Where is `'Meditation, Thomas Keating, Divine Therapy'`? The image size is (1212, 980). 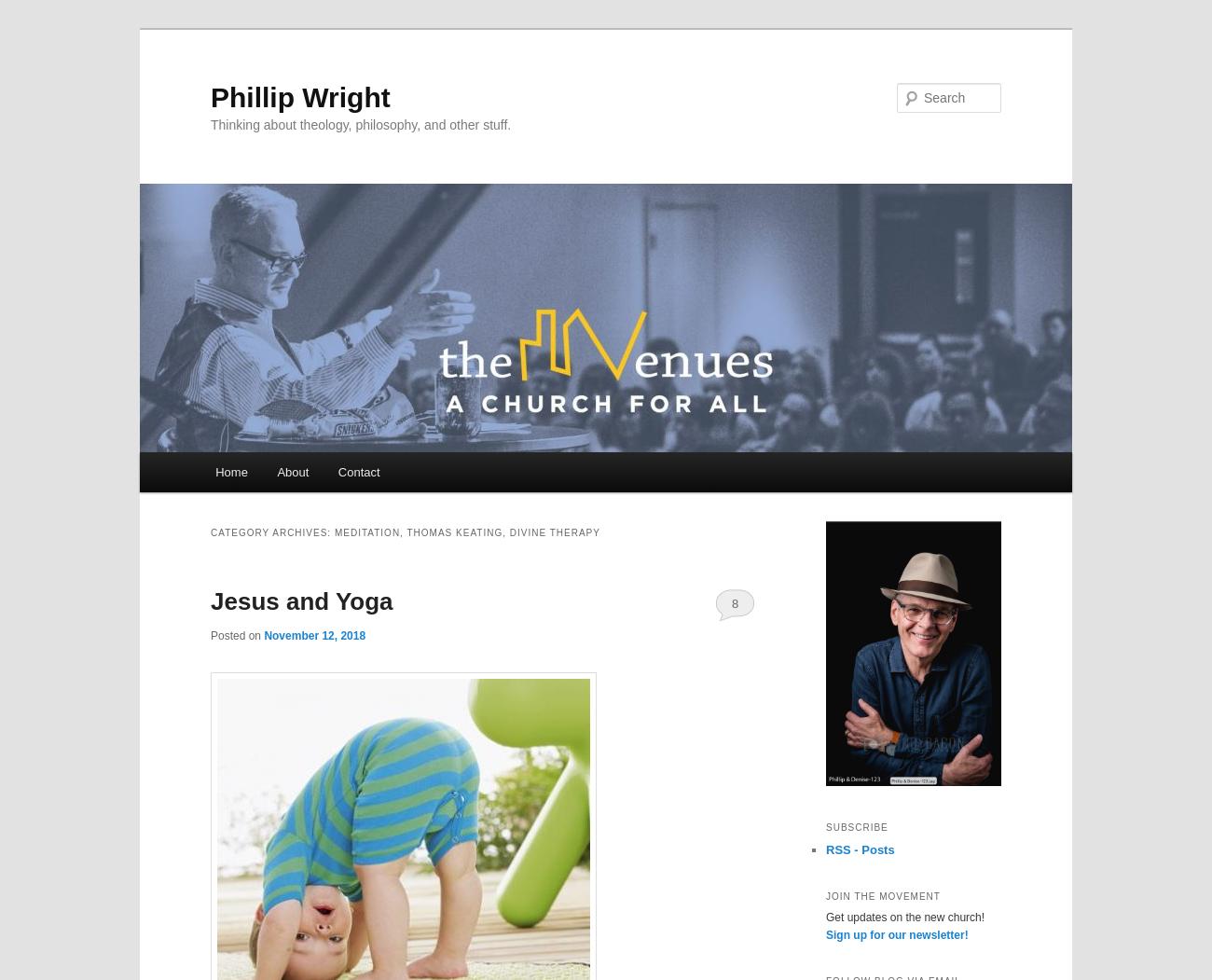
'Meditation, Thomas Keating, Divine Therapy' is located at coordinates (466, 531).